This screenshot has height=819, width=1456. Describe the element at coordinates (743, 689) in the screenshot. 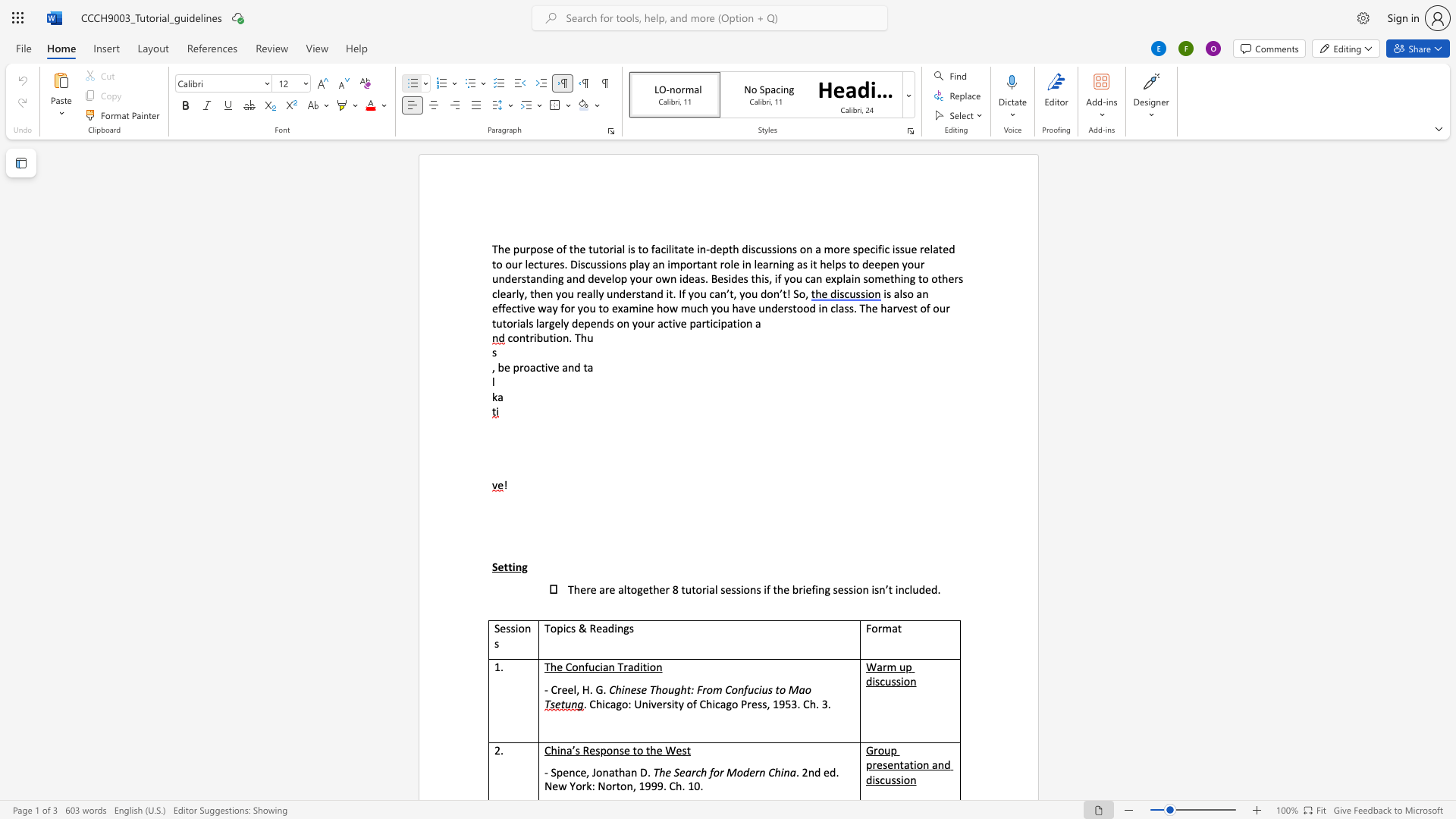

I see `the space between the continuous character "n" and "f" in the text` at that location.